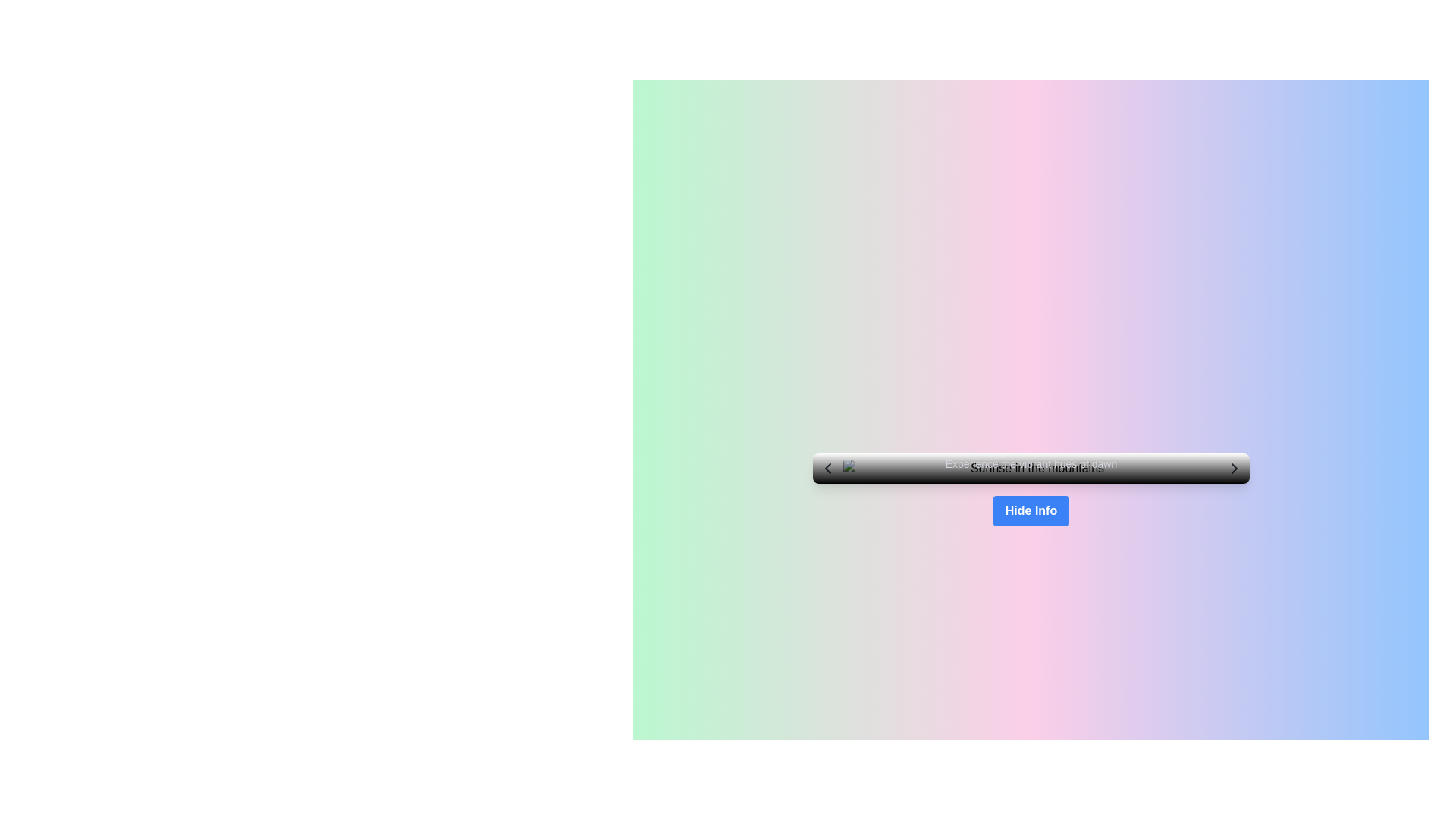 The image size is (1456, 819). What do you see at coordinates (1234, 467) in the screenshot?
I see `the right-pointing chevron icon button on the dark glossy background` at bounding box center [1234, 467].